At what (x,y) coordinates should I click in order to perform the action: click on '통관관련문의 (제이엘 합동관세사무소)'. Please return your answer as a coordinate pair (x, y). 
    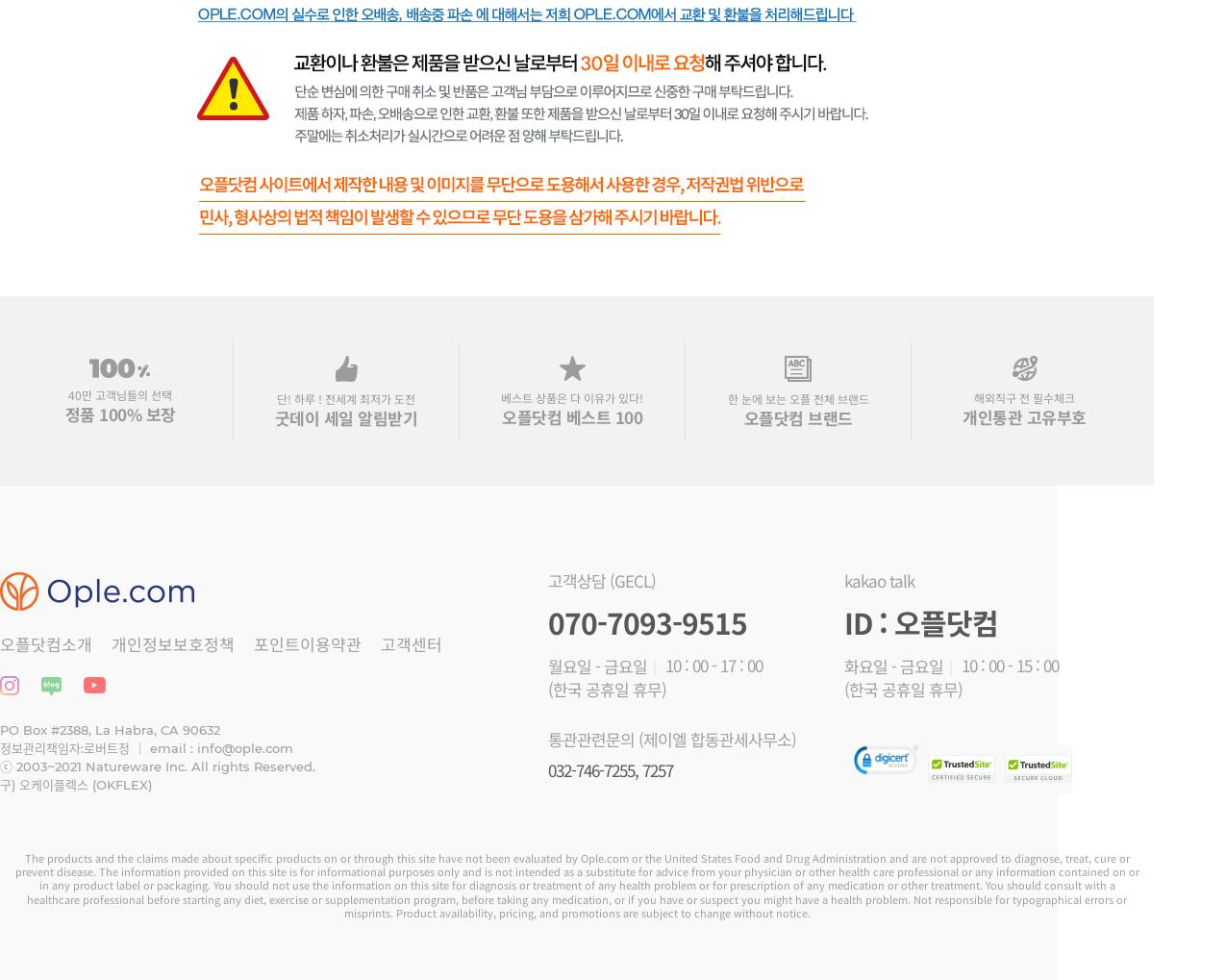
    Looking at the image, I should click on (547, 737).